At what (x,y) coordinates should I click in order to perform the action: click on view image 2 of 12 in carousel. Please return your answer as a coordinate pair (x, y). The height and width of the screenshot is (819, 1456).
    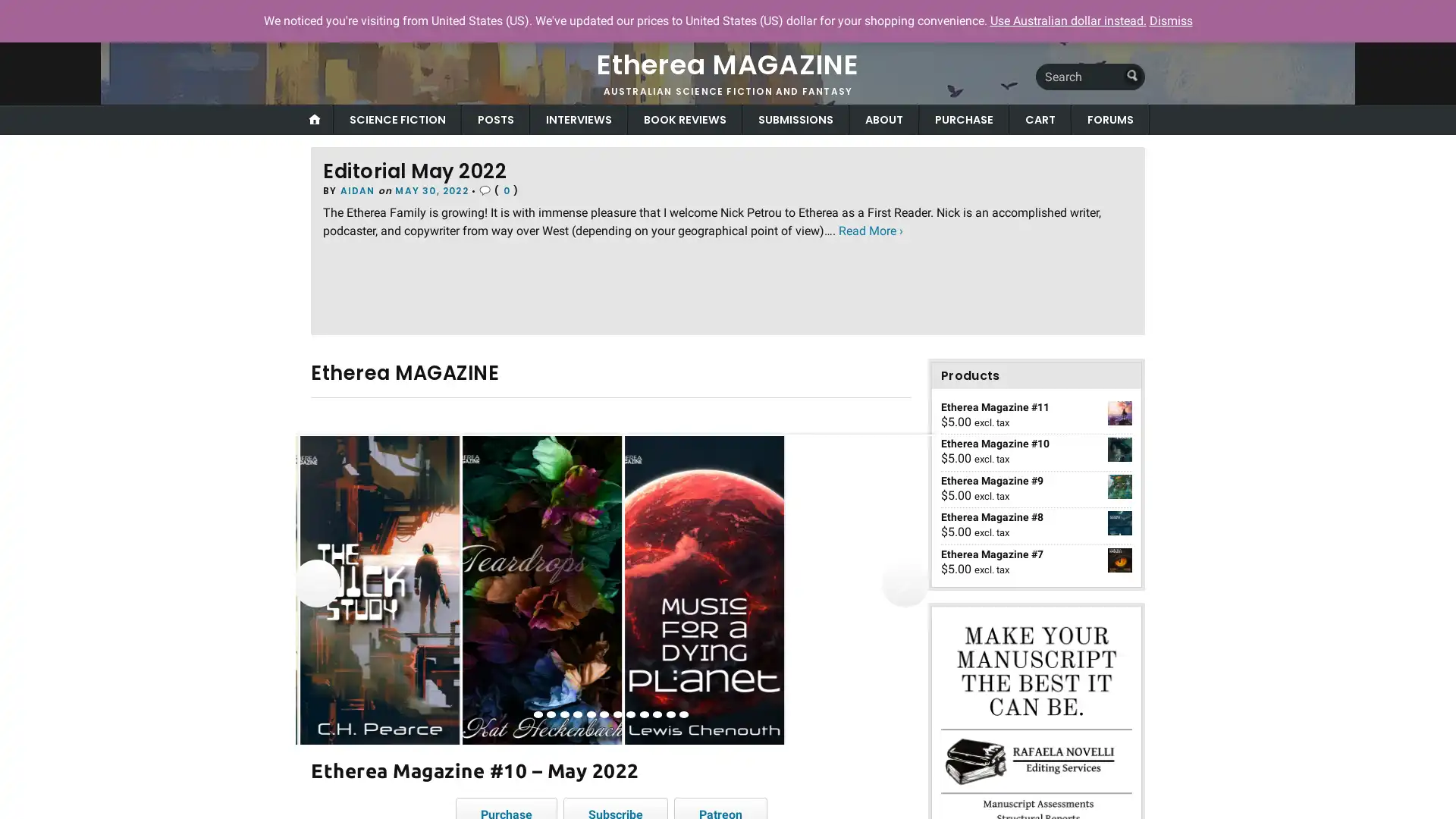
    Looking at the image, I should click on (550, 714).